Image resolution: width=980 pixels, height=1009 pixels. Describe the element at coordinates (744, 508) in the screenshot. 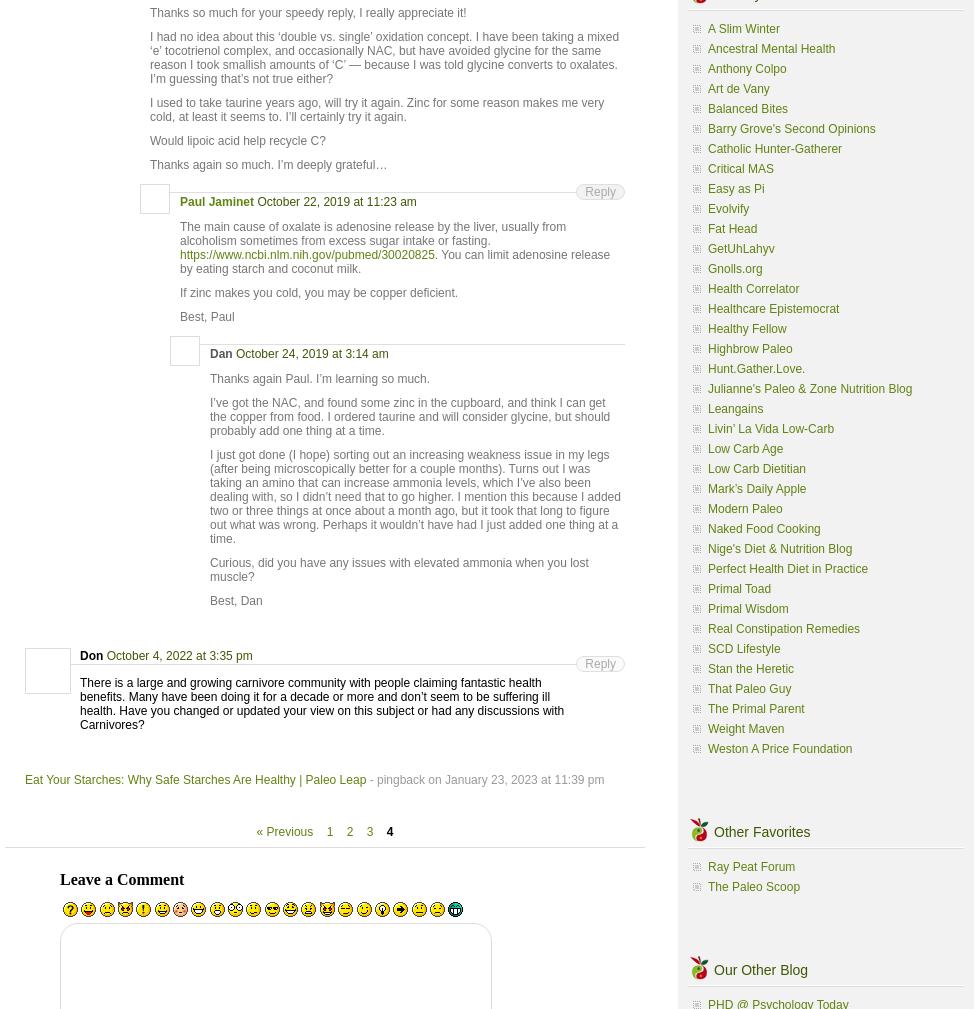

I see `'Modern Paleo'` at that location.